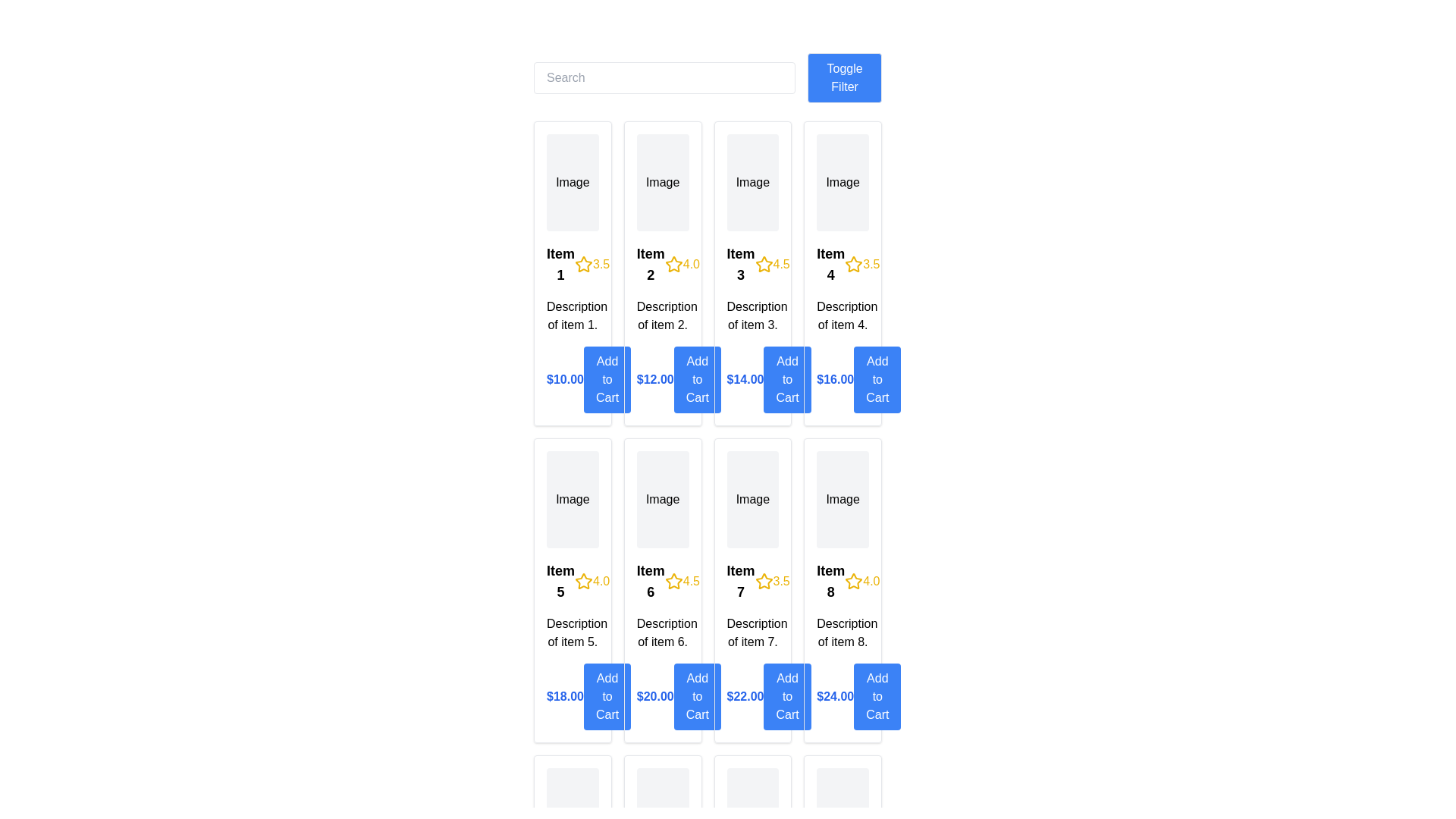  Describe the element at coordinates (572, 696) in the screenshot. I see `the price tag displaying '$18.00' in bold blue text located at the bottom of the fifth item card in the second row of the product grid` at that location.